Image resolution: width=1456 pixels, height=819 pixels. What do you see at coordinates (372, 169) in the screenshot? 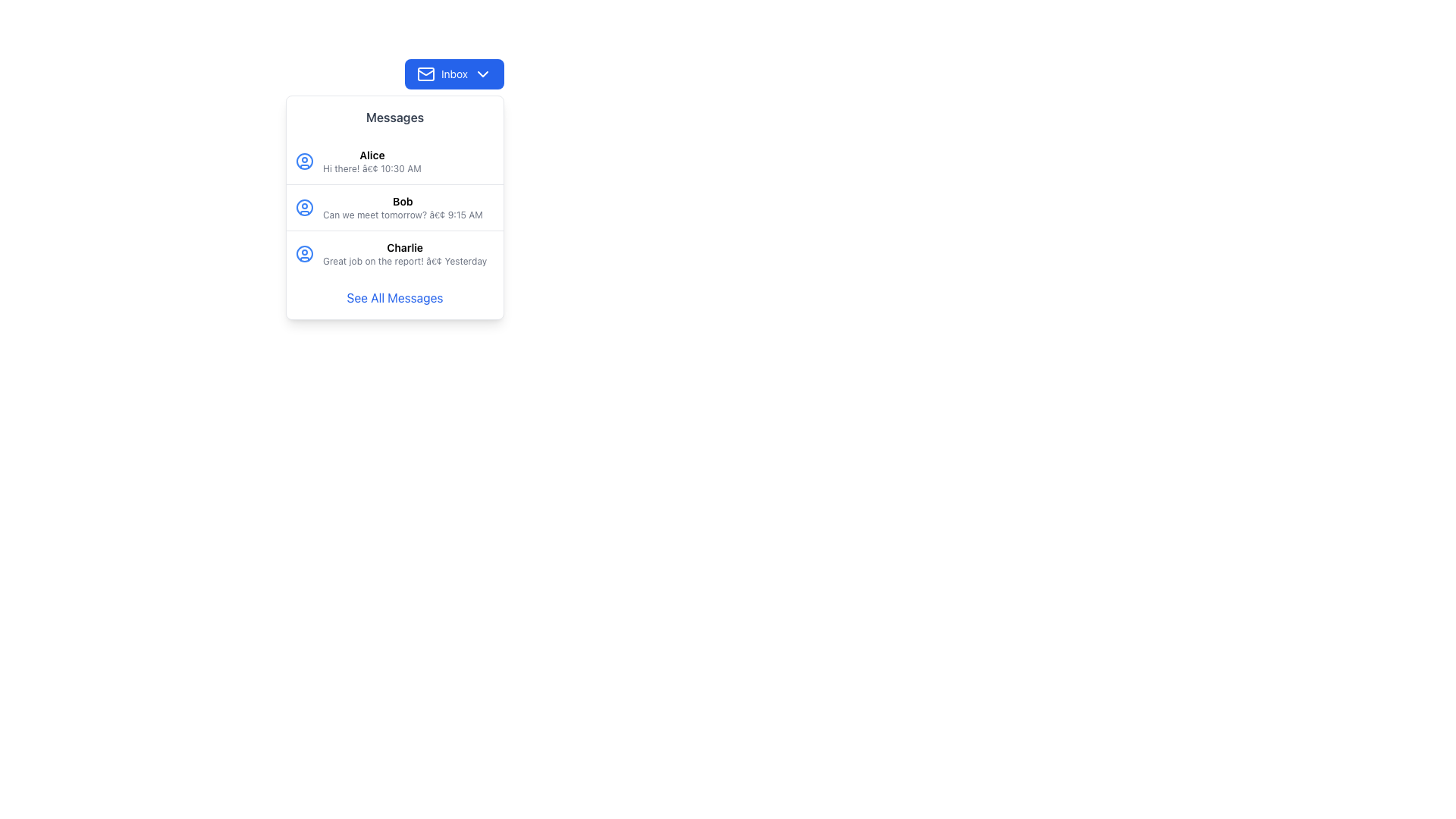
I see `text element that displays a brief preview of Alice's message and its timestamp, located in the first row of a list` at bounding box center [372, 169].